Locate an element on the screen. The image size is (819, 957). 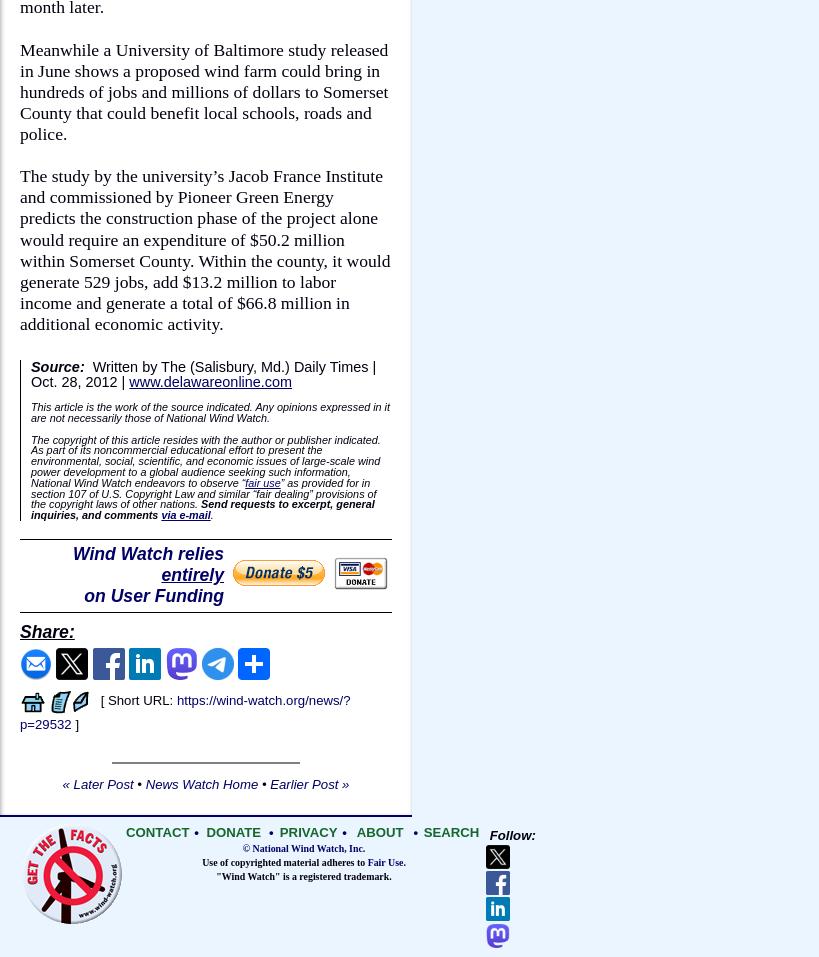
'Earlier Post »' is located at coordinates (309, 782).